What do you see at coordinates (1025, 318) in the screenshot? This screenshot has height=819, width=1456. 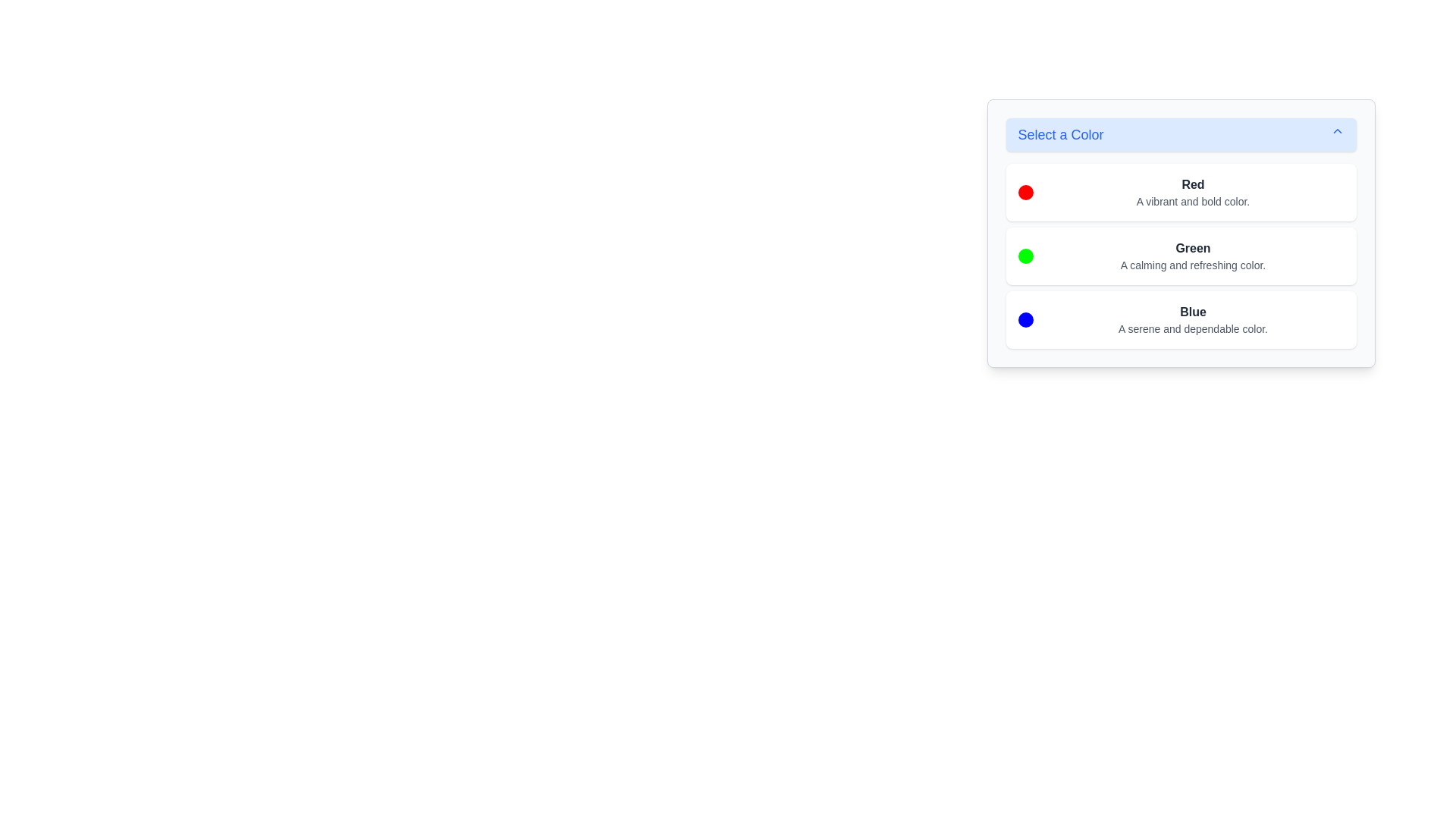 I see `the blue circular visual marker located on the left side of the list item containing the text 'Blue' and the description 'A serene and dependable color'` at bounding box center [1025, 318].